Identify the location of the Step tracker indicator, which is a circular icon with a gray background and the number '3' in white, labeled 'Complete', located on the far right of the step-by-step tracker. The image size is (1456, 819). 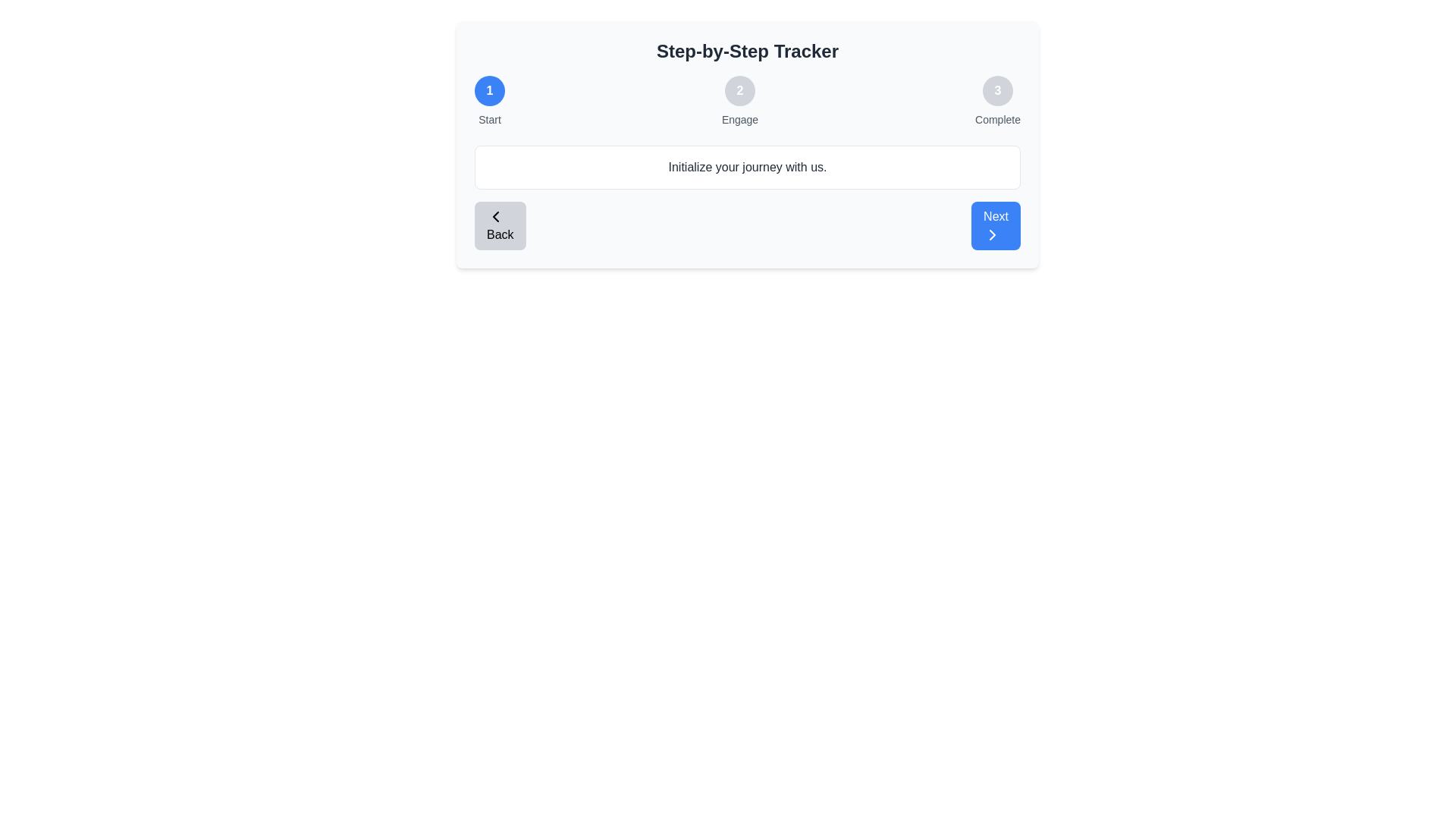
(997, 102).